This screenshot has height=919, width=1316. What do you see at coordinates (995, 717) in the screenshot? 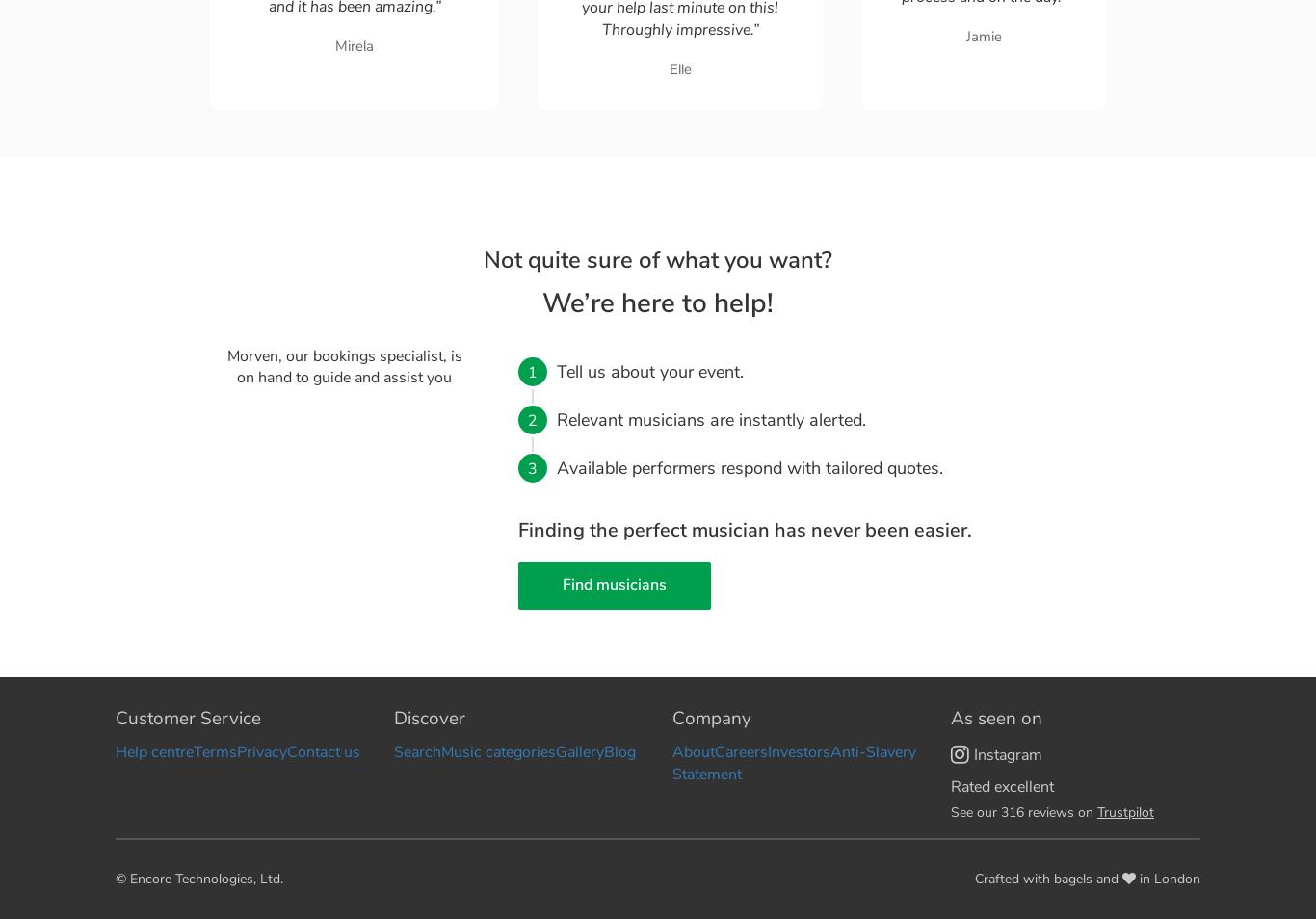
I see `'As seen on'` at bounding box center [995, 717].